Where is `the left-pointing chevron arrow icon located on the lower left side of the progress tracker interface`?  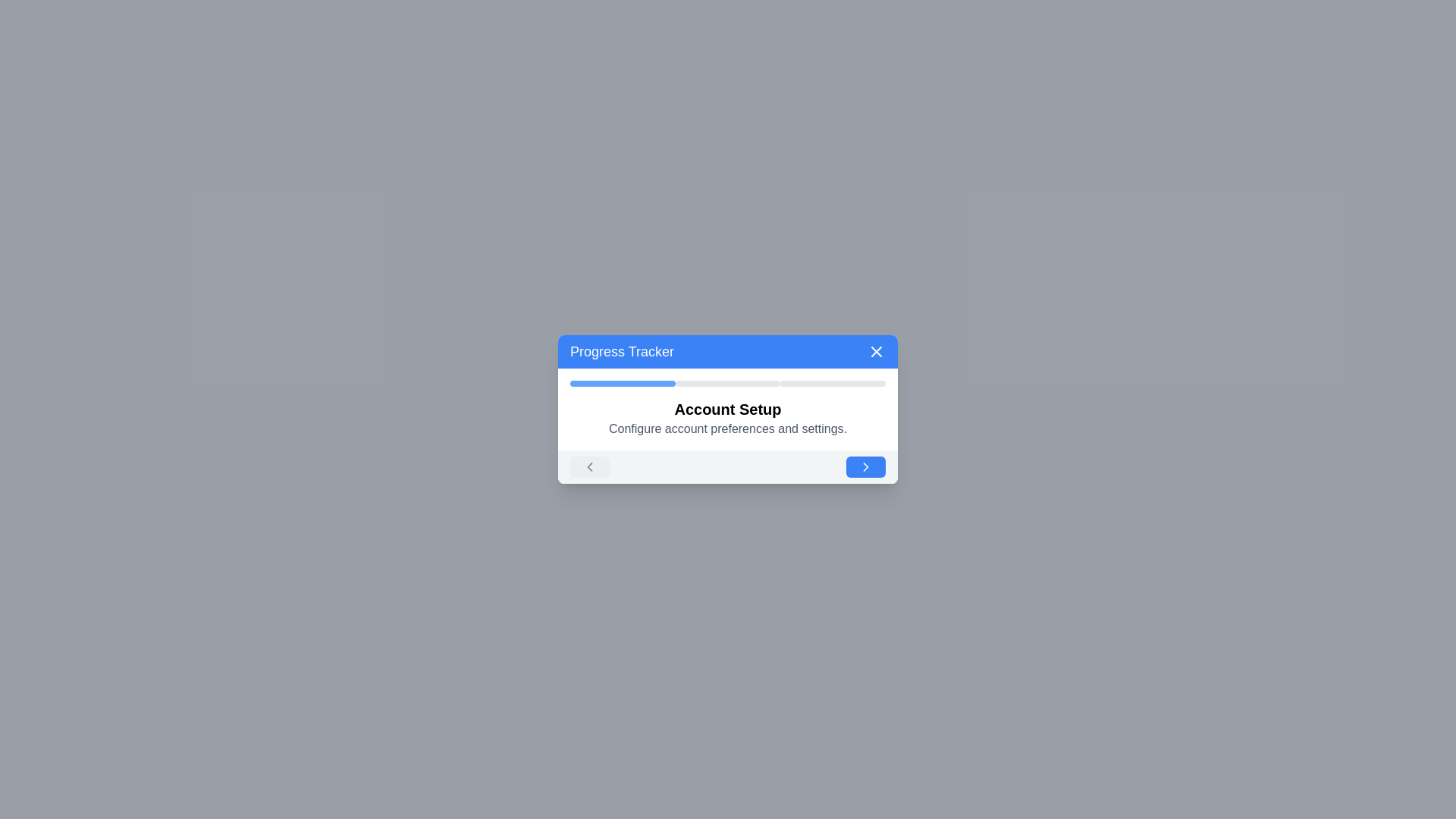 the left-pointing chevron arrow icon located on the lower left side of the progress tracker interface is located at coordinates (588, 466).